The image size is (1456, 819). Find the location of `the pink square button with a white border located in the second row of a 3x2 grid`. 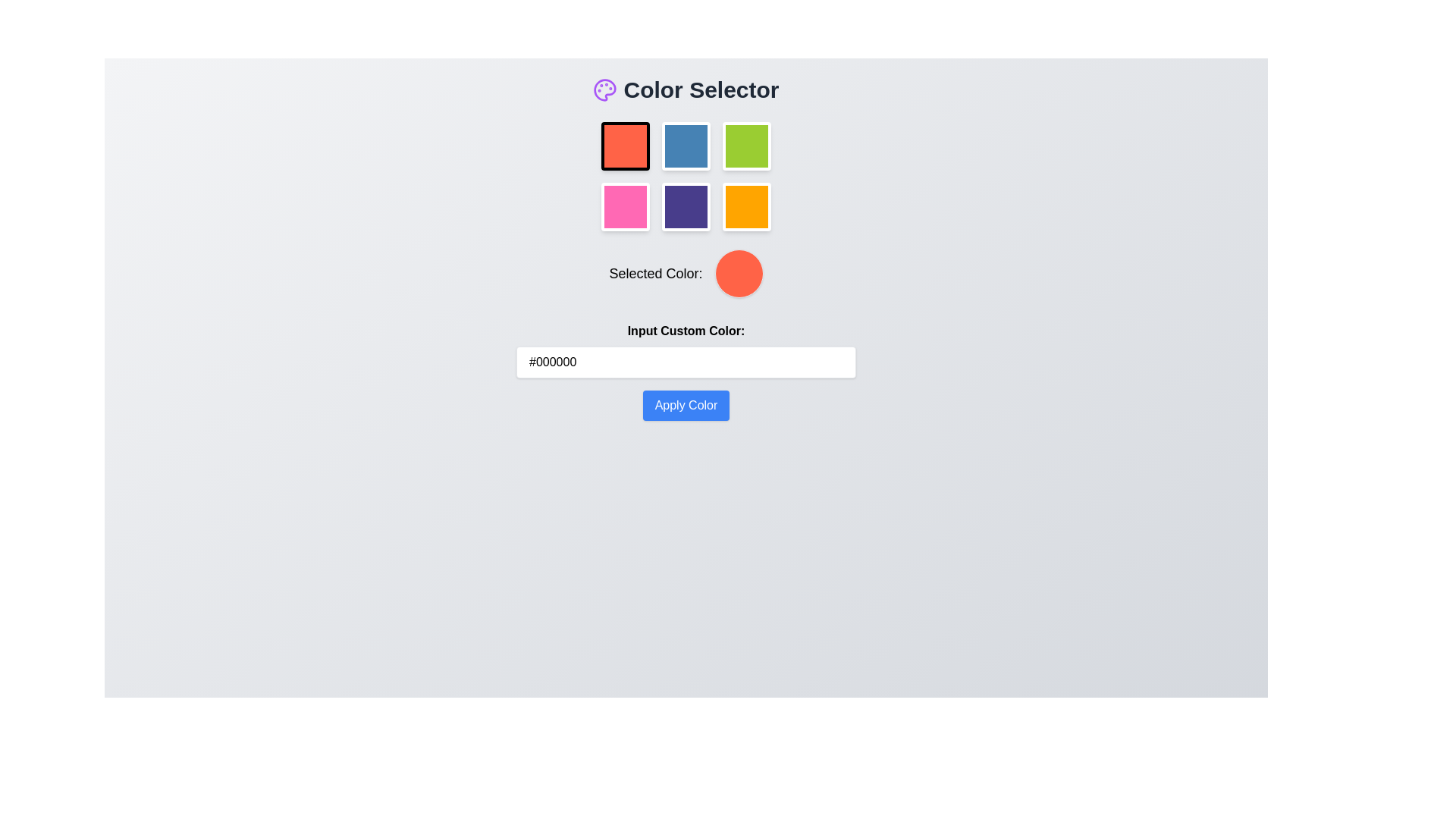

the pink square button with a white border located in the second row of a 3x2 grid is located at coordinates (626, 207).